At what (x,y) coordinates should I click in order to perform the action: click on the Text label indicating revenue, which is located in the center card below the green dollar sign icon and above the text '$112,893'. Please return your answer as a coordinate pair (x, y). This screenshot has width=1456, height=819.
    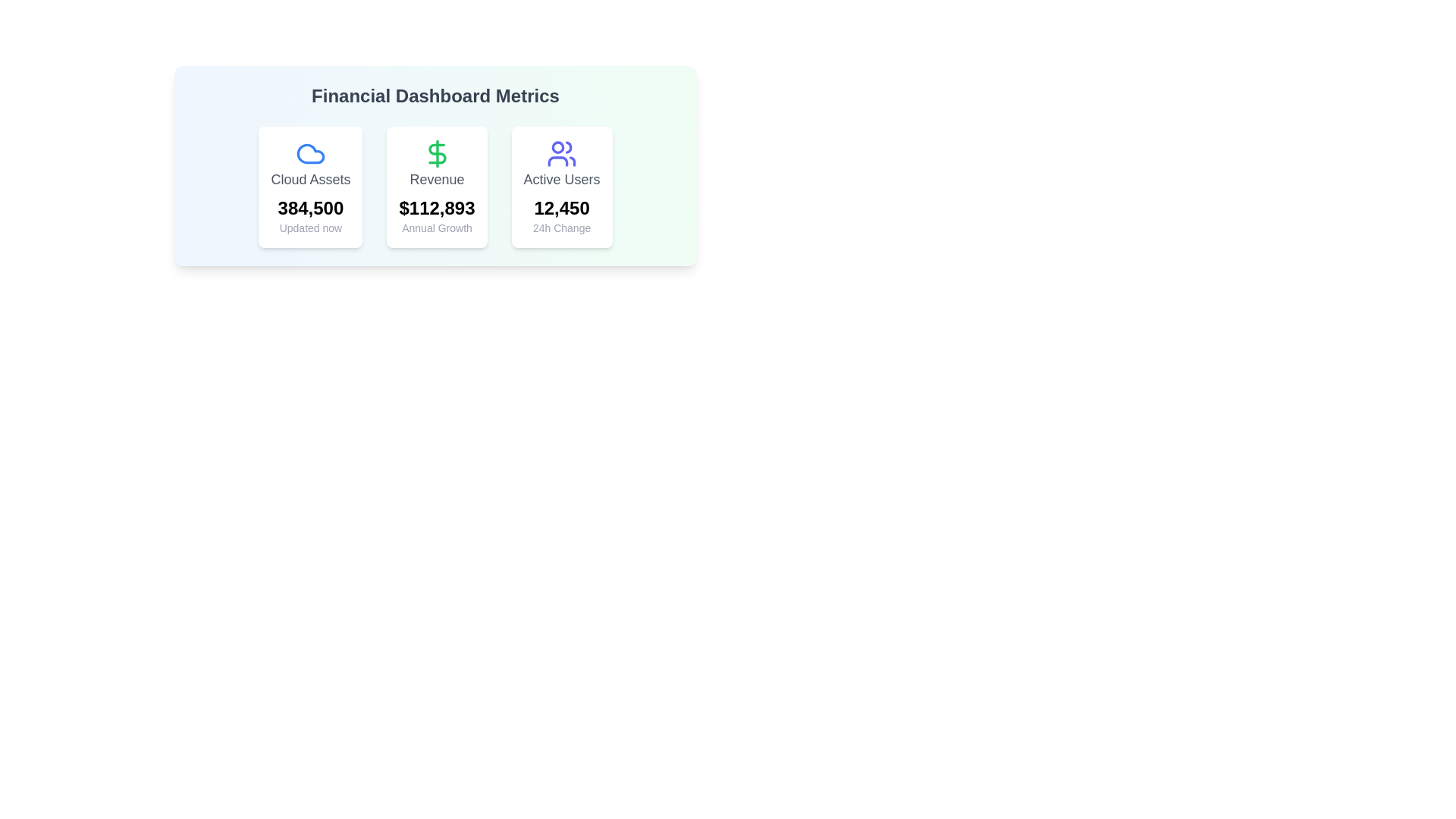
    Looking at the image, I should click on (436, 178).